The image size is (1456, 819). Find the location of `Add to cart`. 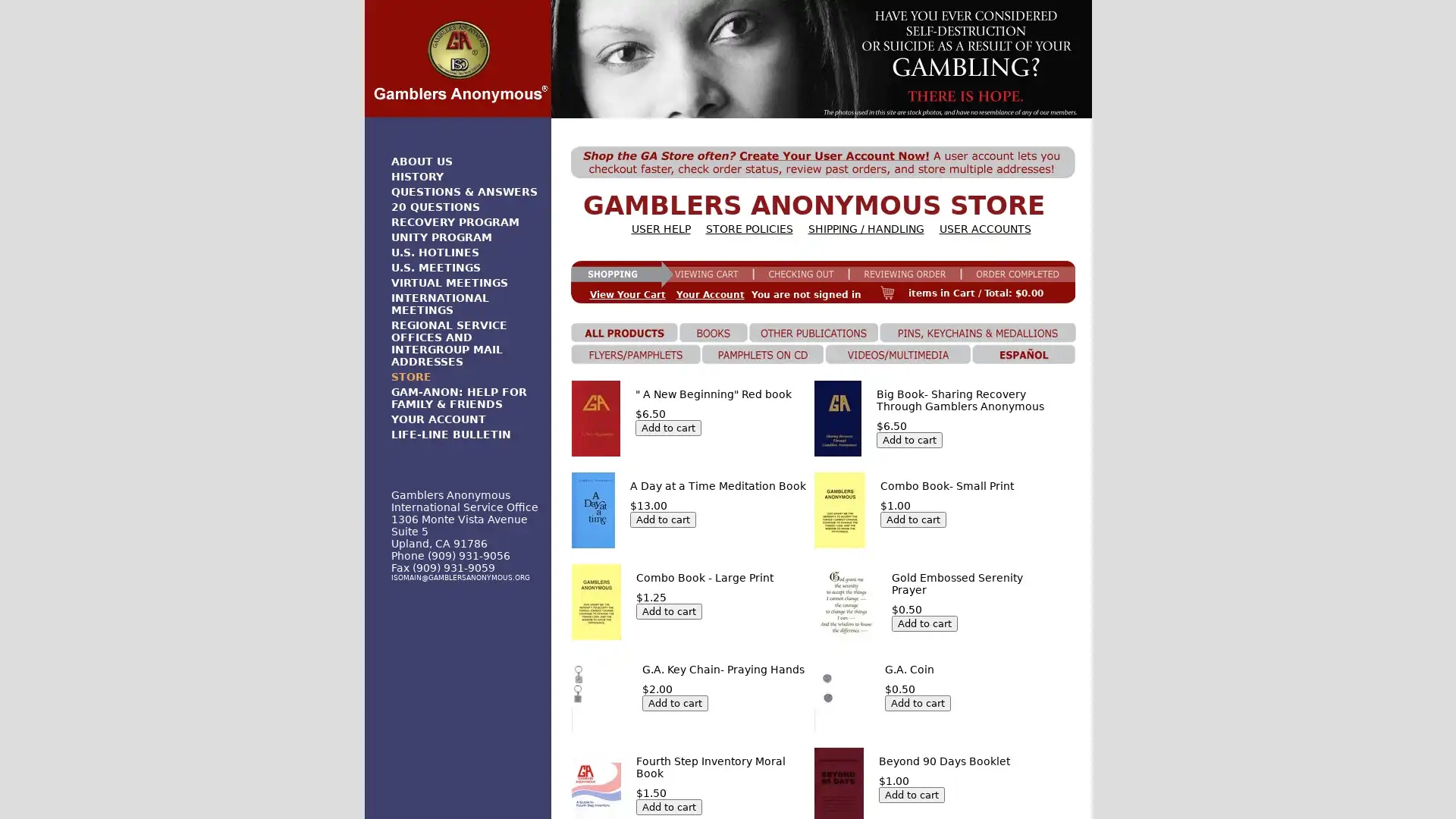

Add to cart is located at coordinates (917, 702).